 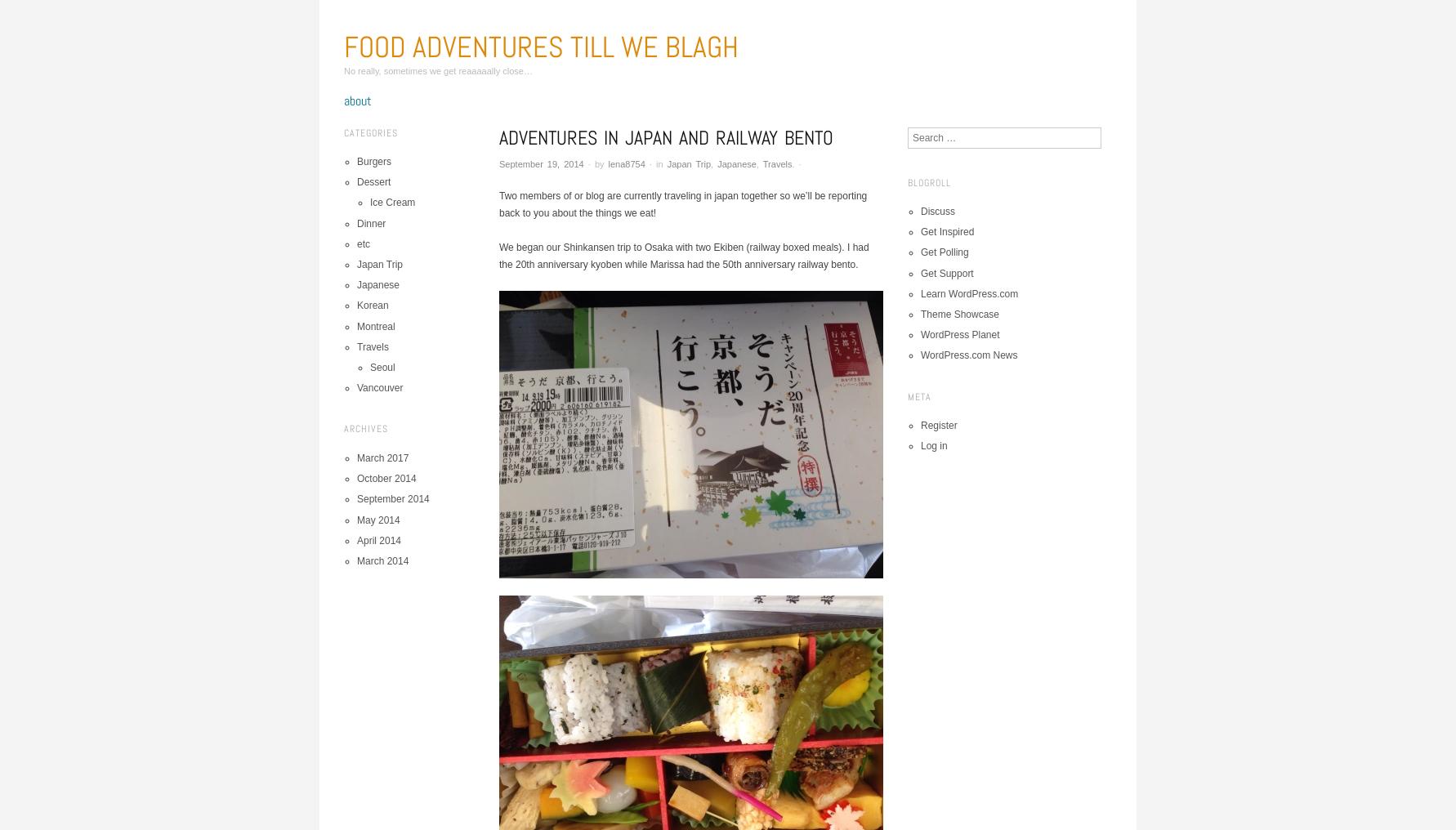 What do you see at coordinates (438, 70) in the screenshot?
I see `'No really, sometimes we get reaaaaally close…'` at bounding box center [438, 70].